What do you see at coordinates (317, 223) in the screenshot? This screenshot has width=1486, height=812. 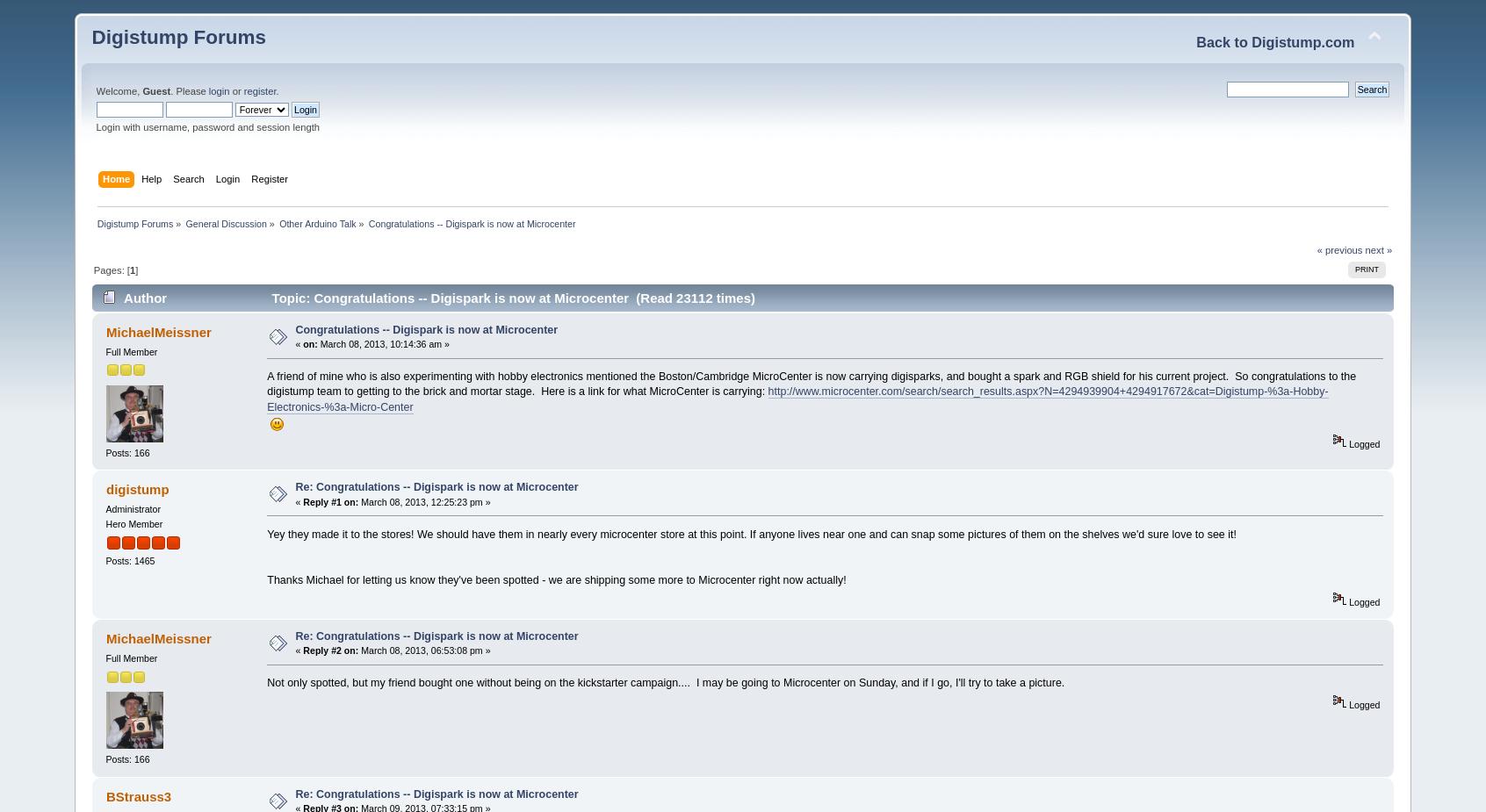 I see `'Other Arduino Talk'` at bounding box center [317, 223].